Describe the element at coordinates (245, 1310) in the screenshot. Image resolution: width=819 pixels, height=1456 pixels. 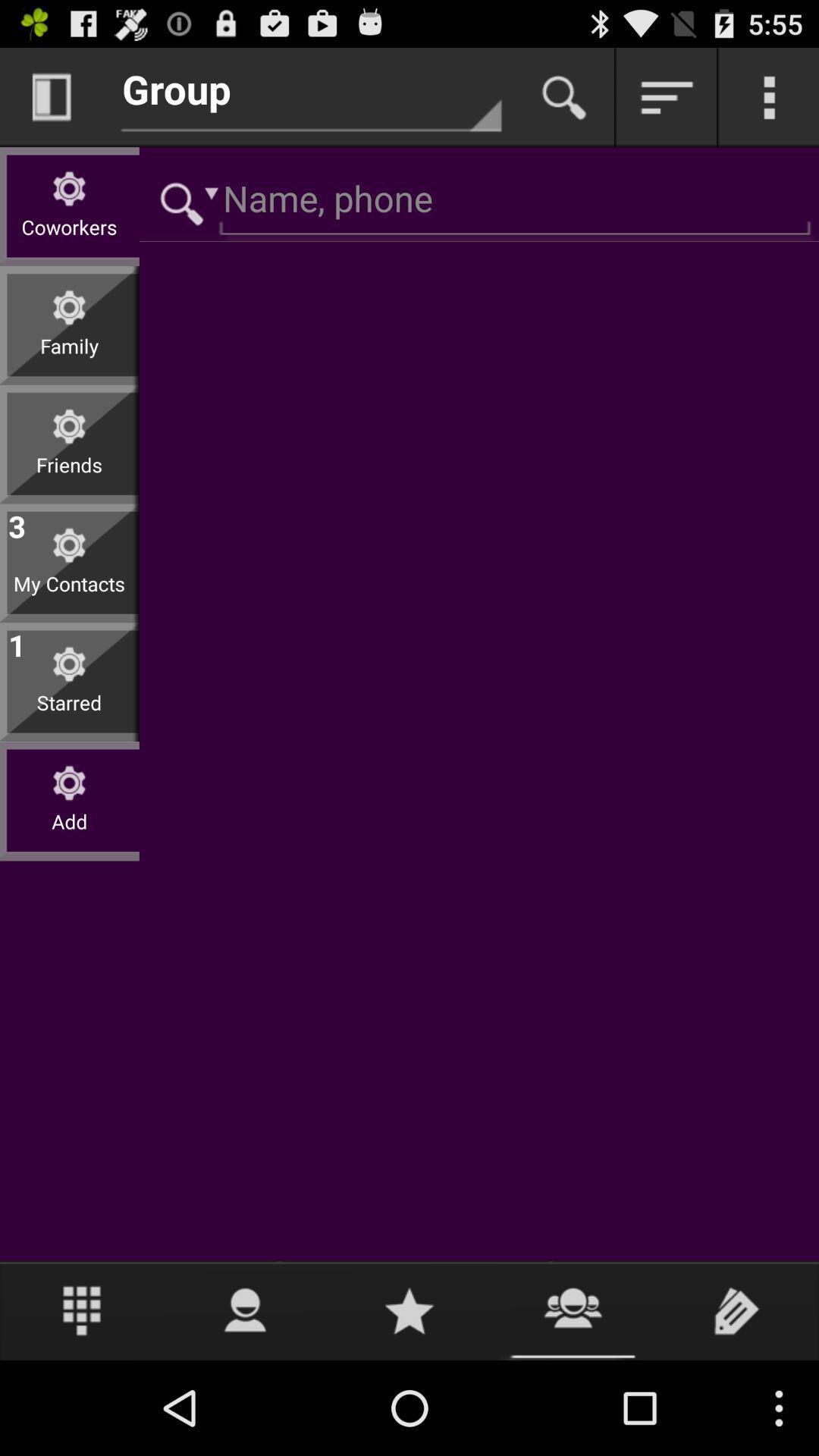
I see `open people option` at that location.